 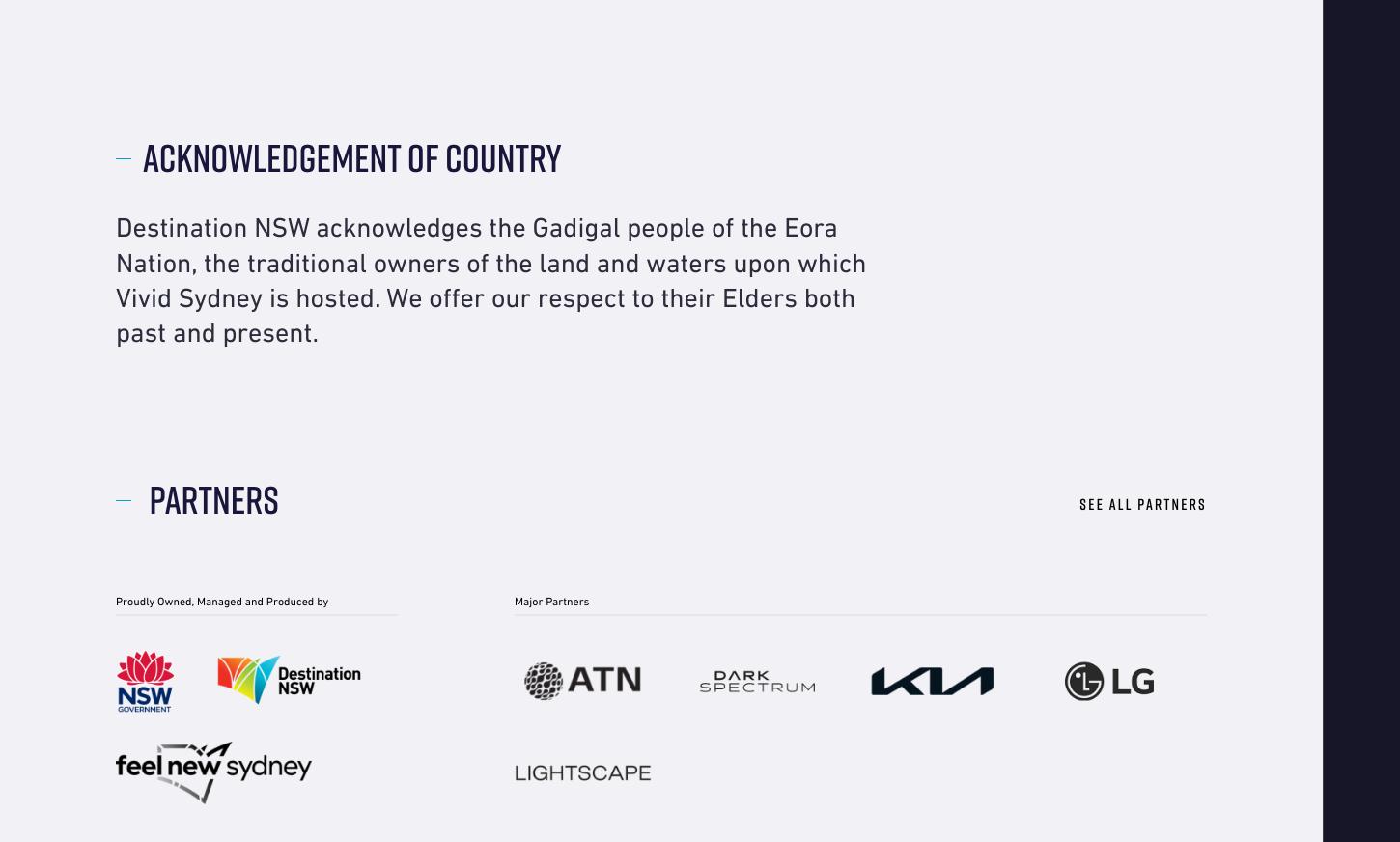 I want to click on 'Privacy', so click(x=1177, y=267).